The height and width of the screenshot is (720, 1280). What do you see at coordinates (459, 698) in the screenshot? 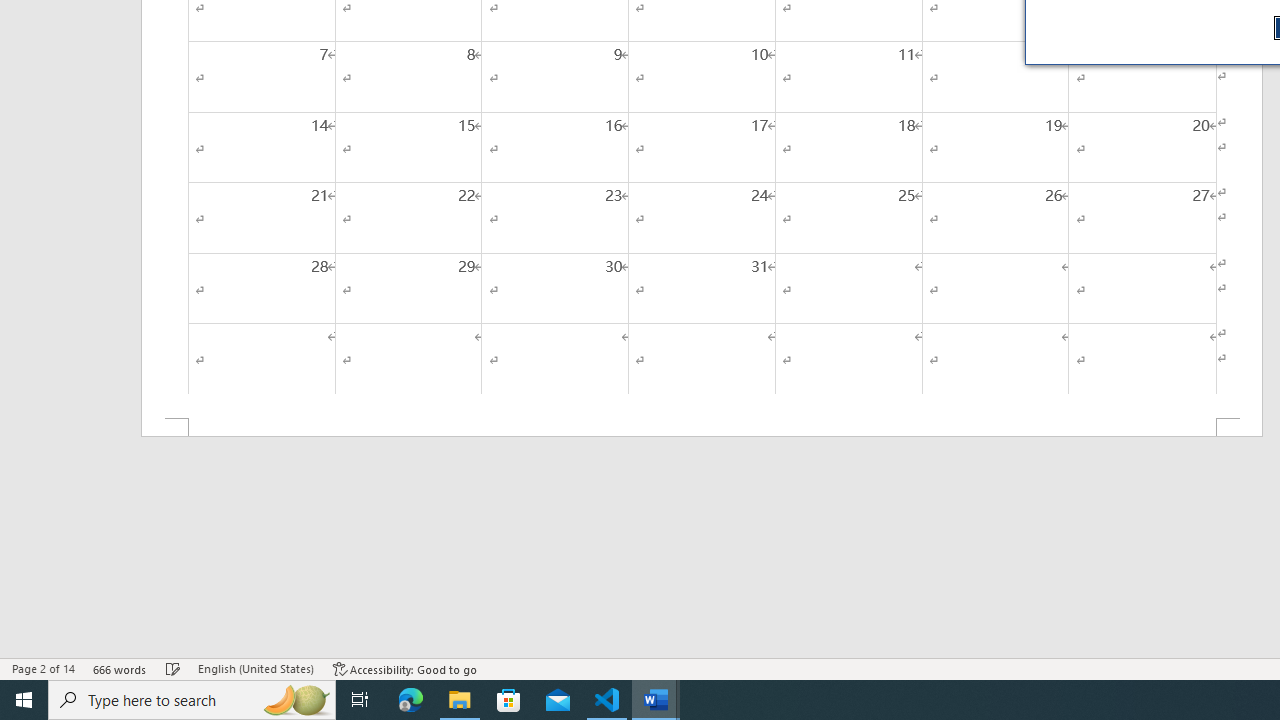
I see `'File Explorer - 1 running window'` at bounding box center [459, 698].